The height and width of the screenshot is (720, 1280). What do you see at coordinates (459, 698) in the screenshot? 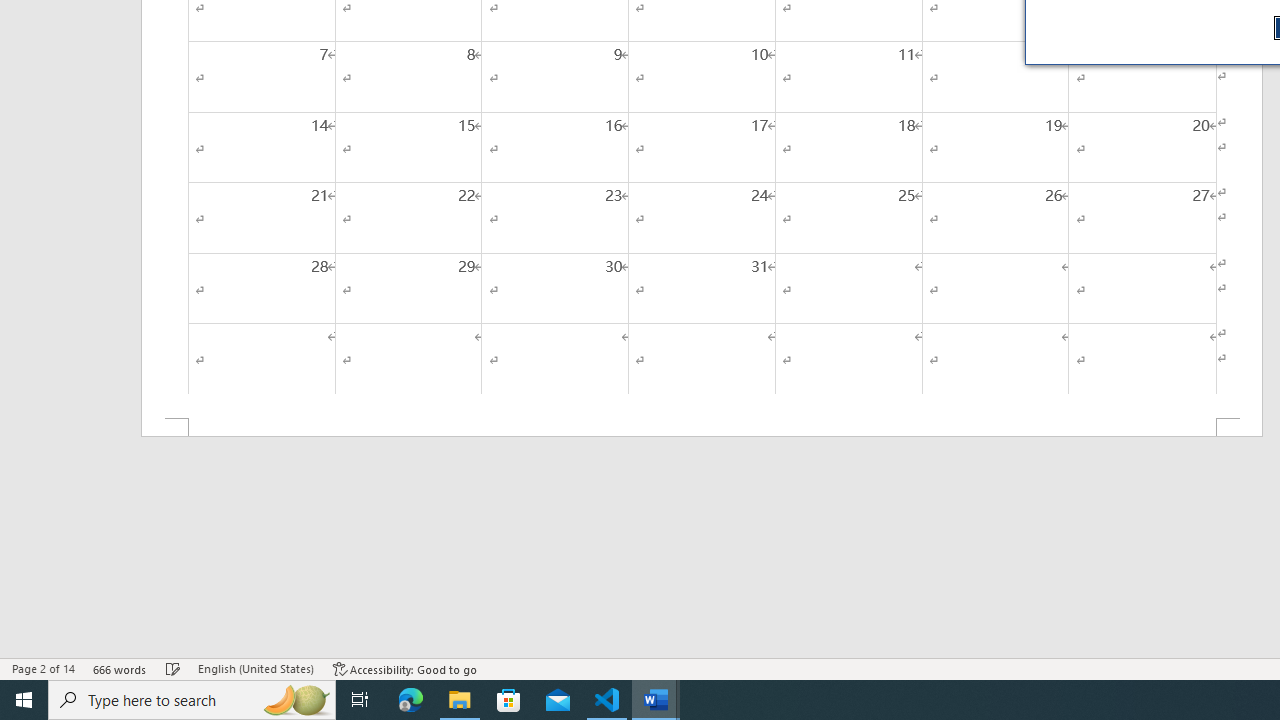
I see `'File Explorer - 1 running window'` at bounding box center [459, 698].